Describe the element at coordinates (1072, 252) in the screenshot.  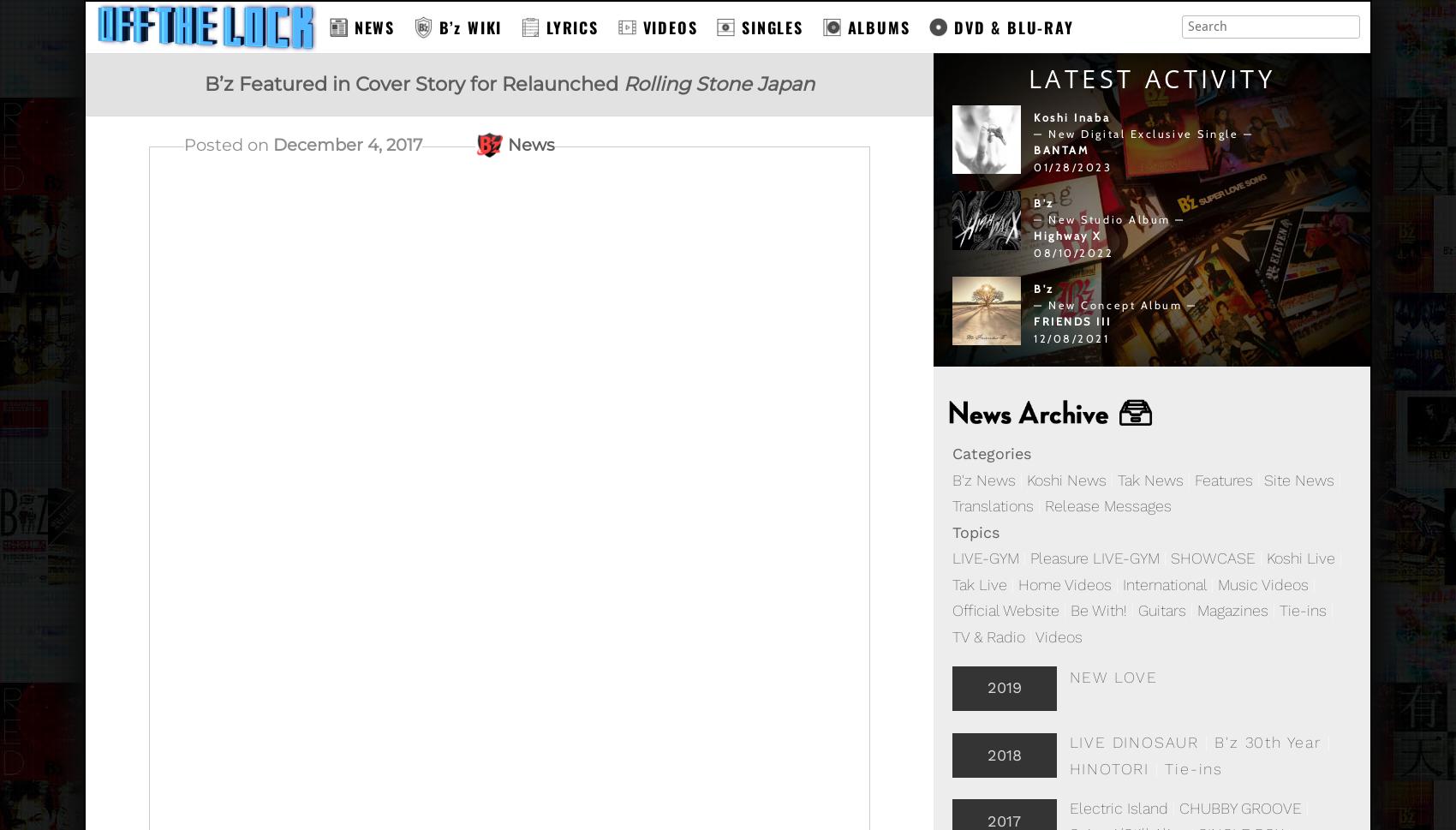
I see `'08/10/2022'` at that location.